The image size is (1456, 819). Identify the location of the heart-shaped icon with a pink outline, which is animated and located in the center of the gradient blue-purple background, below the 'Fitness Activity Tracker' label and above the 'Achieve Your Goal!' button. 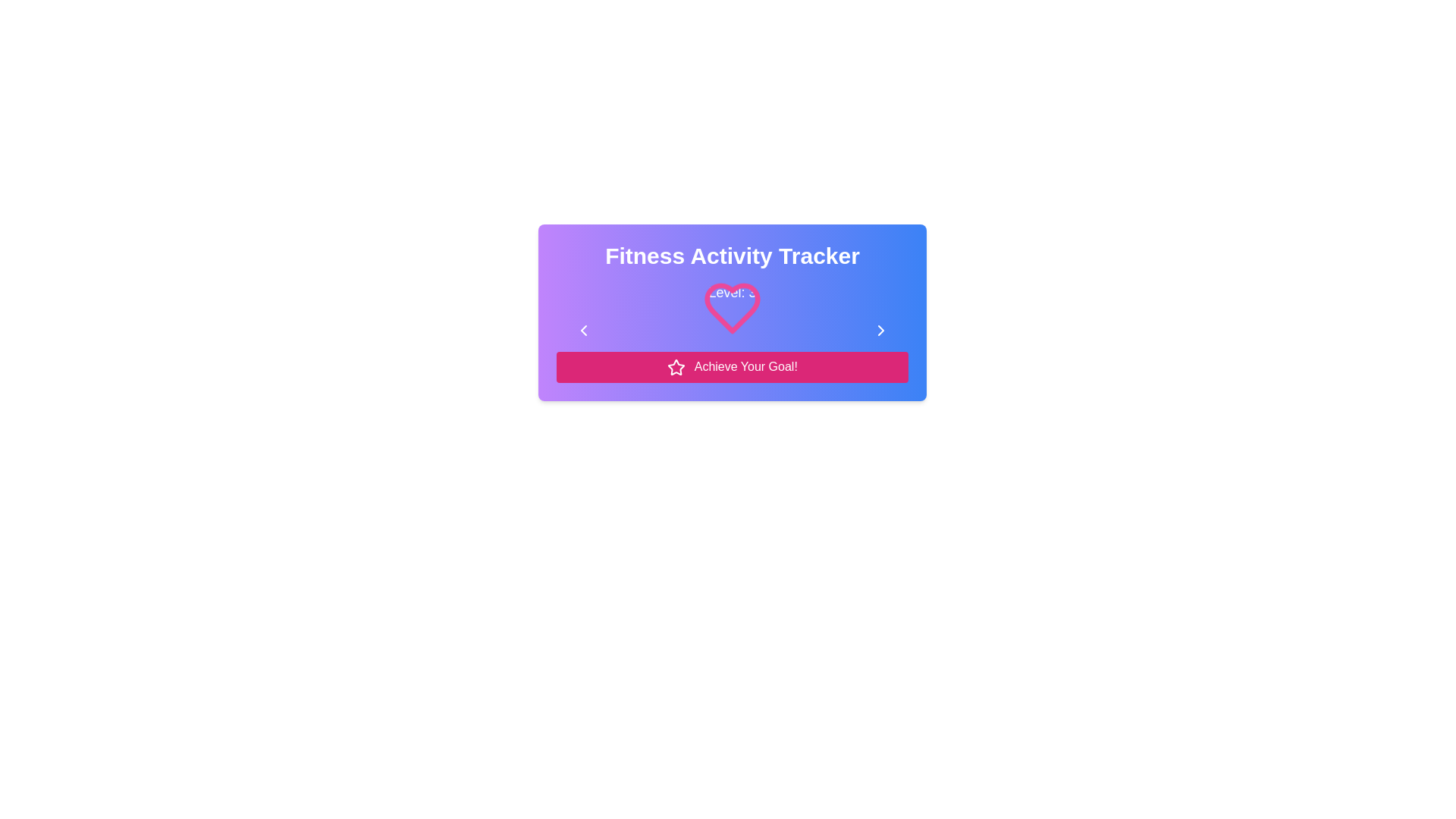
(732, 315).